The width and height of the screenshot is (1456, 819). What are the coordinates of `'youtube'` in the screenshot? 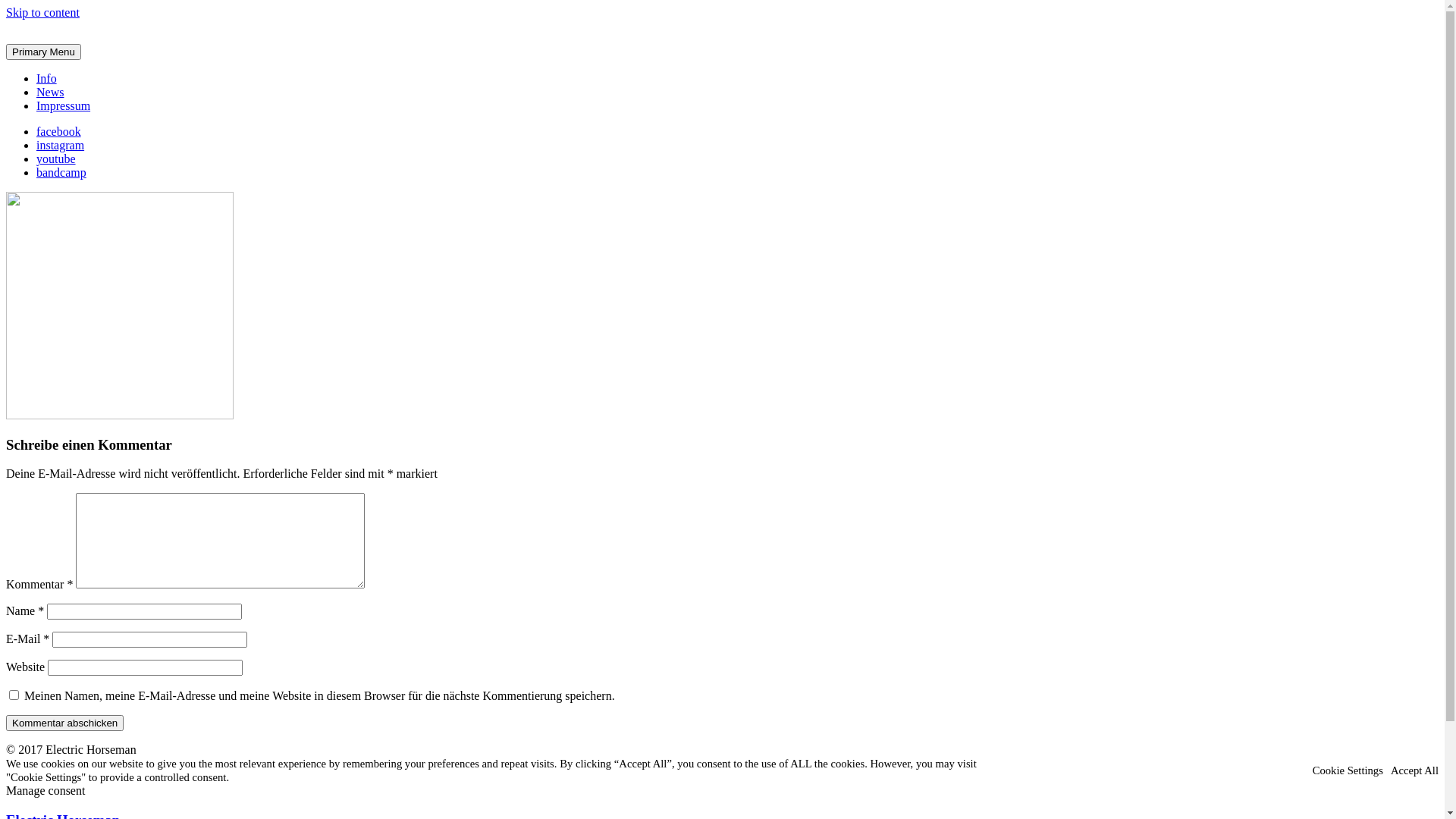 It's located at (61, 158).